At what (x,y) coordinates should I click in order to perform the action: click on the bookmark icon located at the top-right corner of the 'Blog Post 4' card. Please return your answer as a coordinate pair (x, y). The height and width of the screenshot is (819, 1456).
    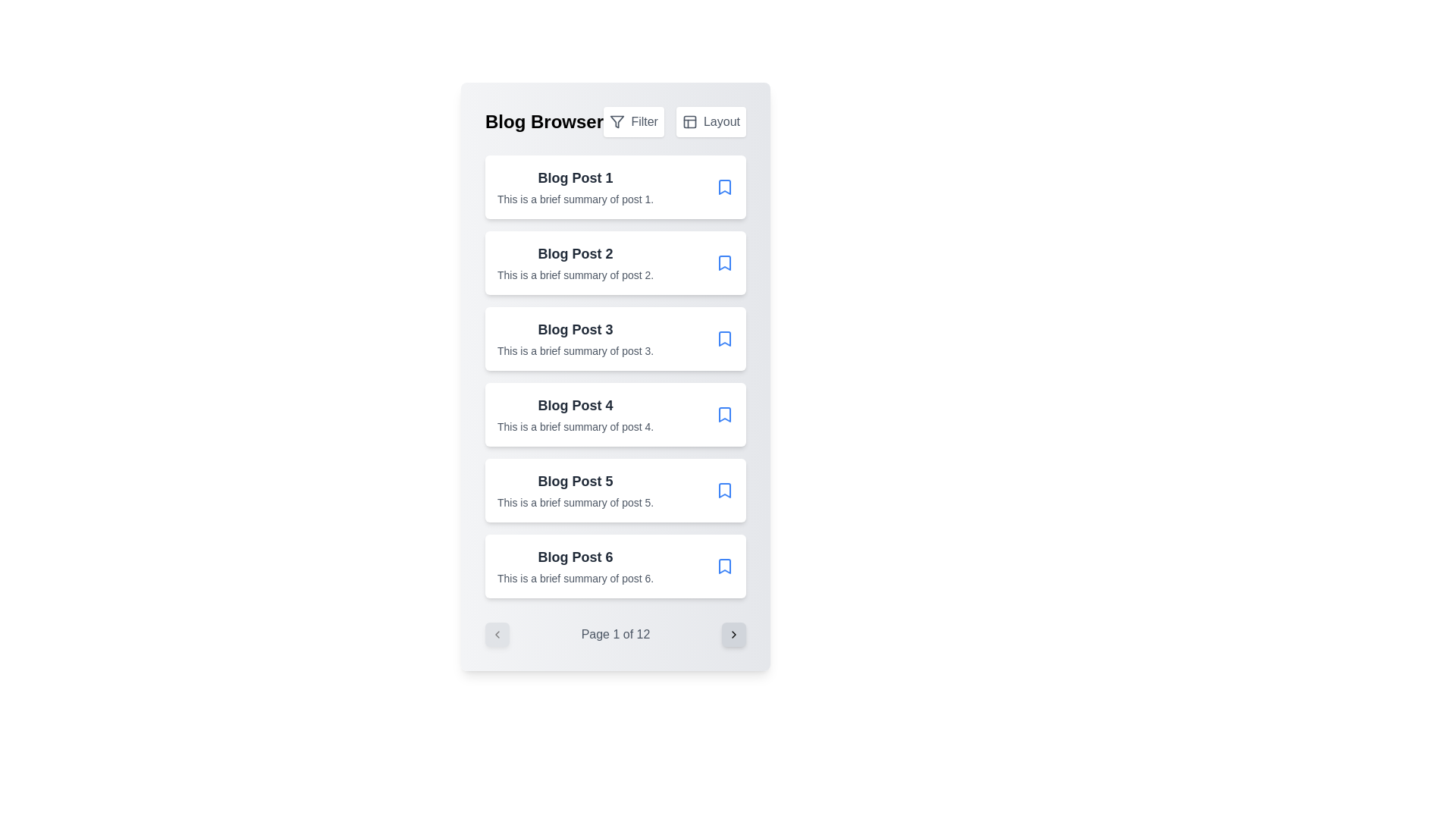
    Looking at the image, I should click on (723, 415).